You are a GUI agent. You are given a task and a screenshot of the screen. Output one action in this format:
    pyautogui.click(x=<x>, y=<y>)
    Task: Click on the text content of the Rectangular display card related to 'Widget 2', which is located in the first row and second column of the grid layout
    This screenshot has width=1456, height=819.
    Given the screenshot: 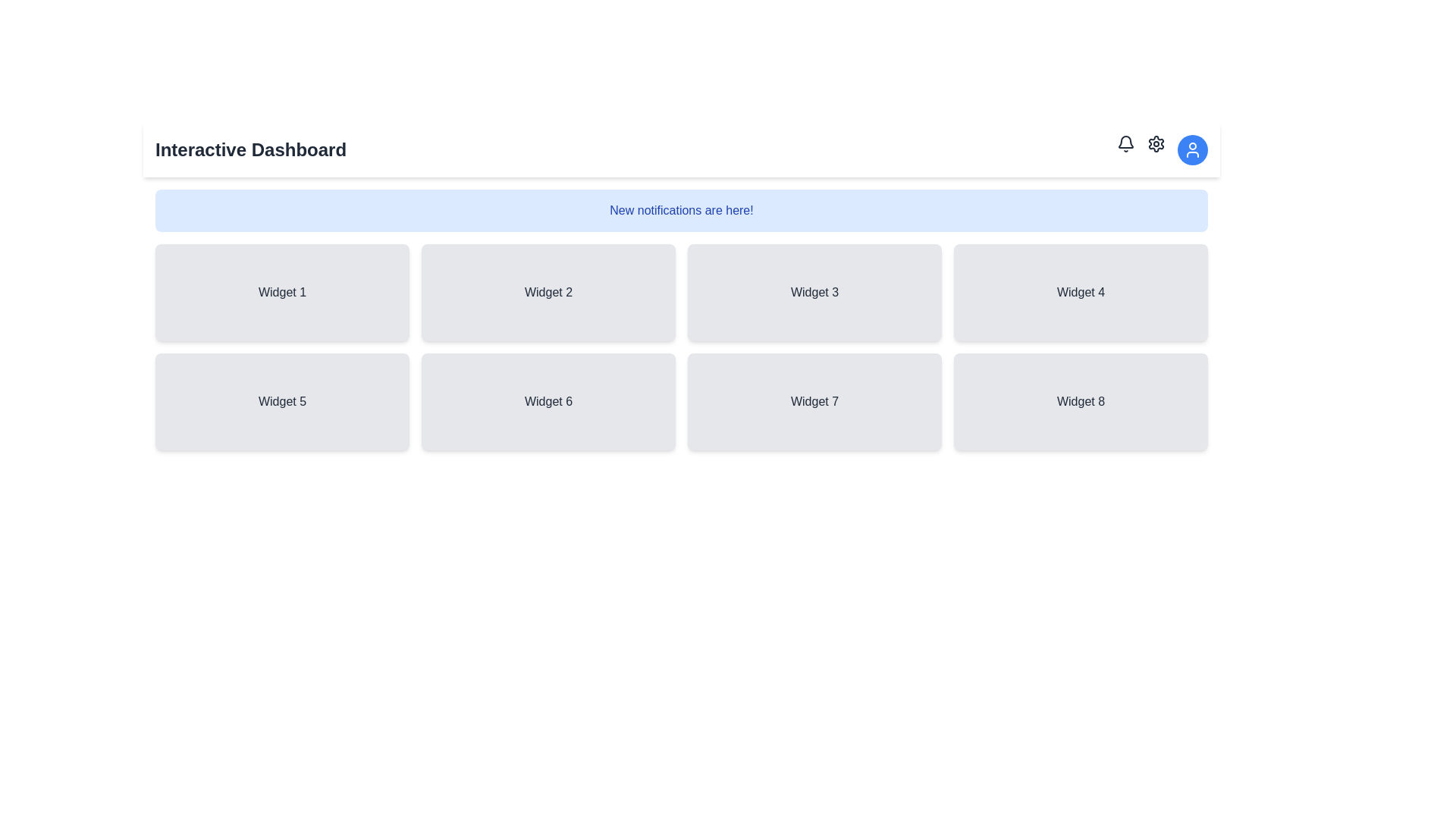 What is the action you would take?
    pyautogui.click(x=548, y=292)
    